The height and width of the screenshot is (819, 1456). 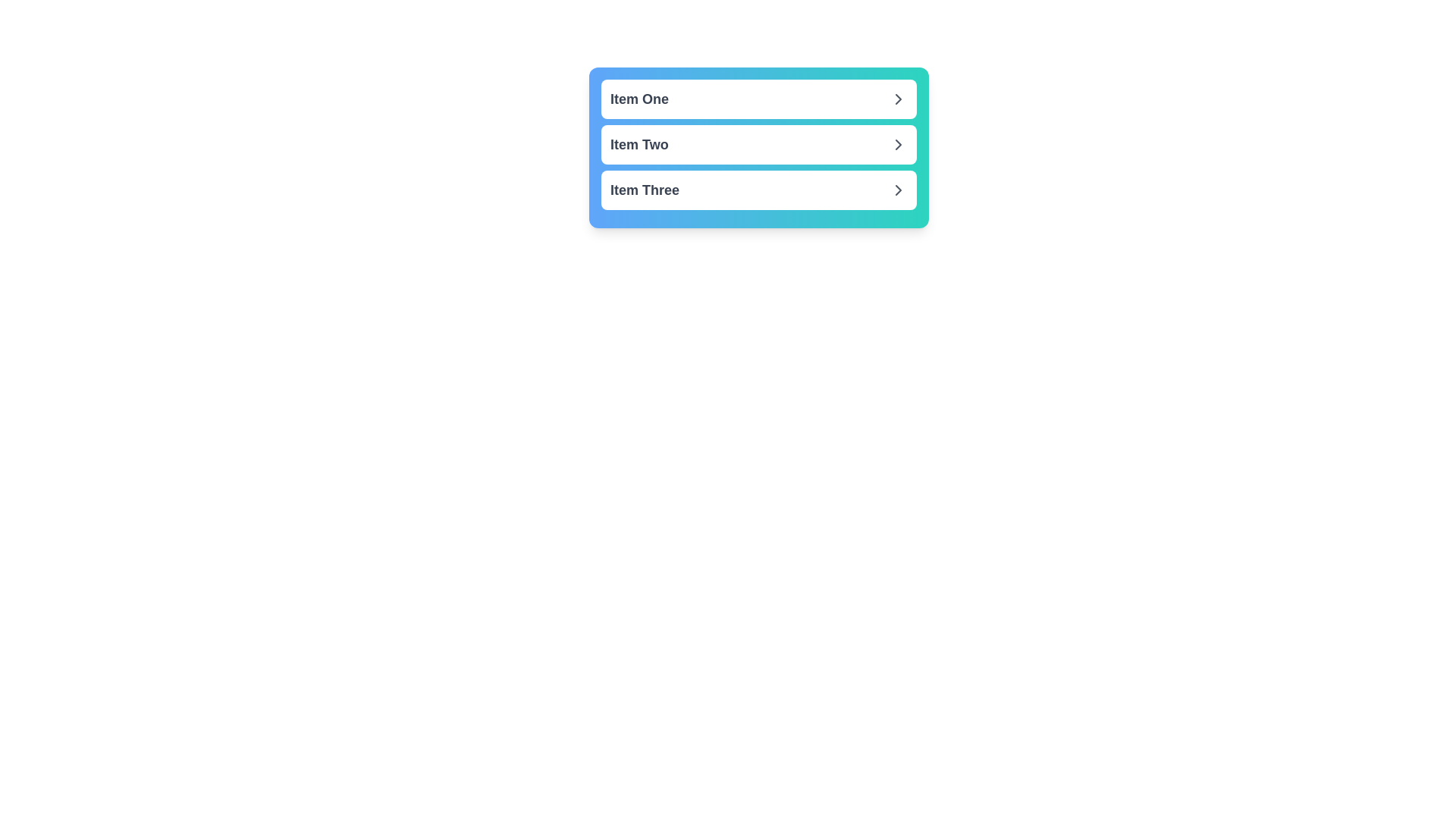 I want to click on the navigation arrow icon located on the far right side of the third list item labeled 'Item Three', so click(x=899, y=189).